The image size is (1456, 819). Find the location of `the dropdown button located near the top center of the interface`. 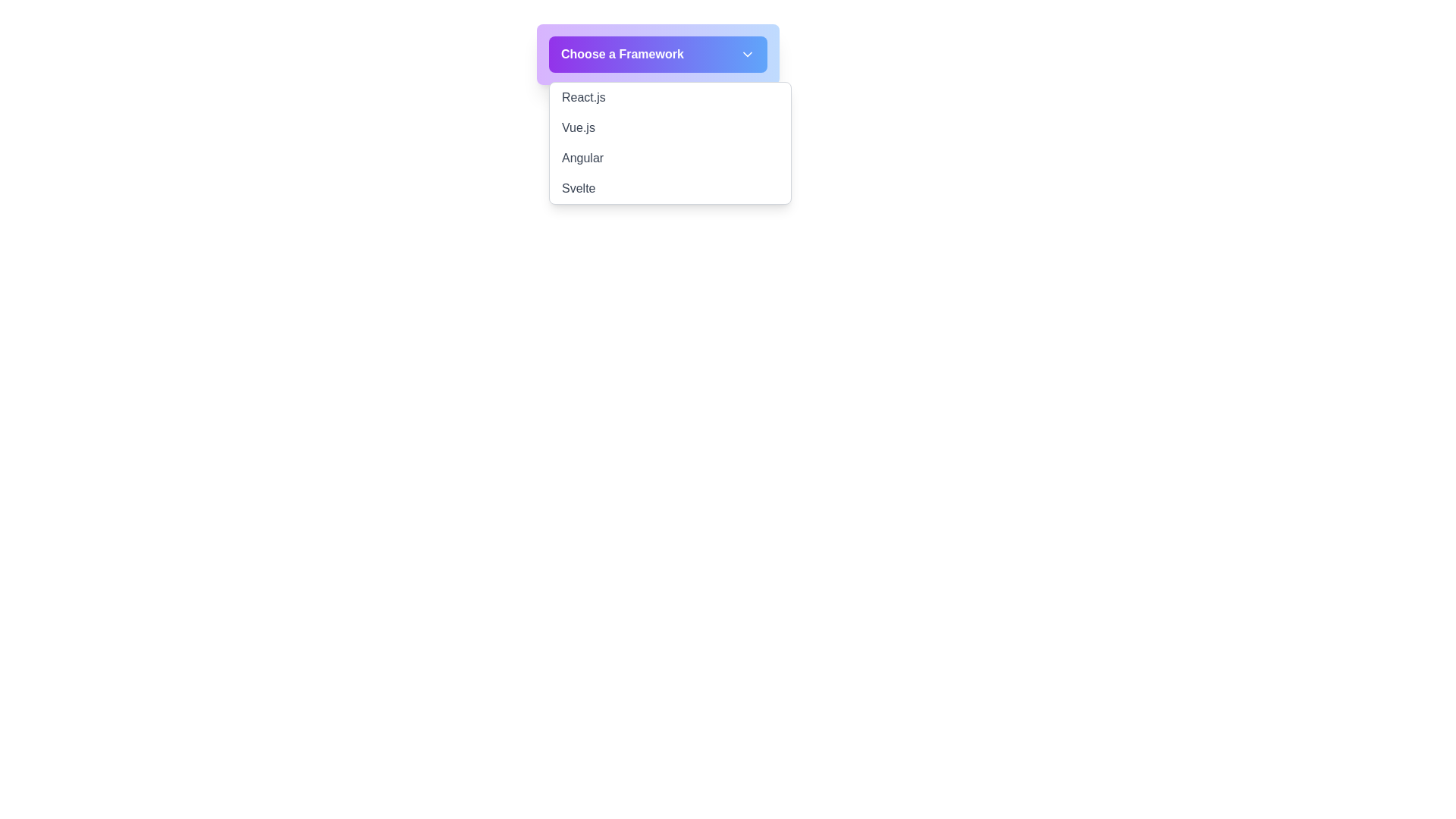

the dropdown button located near the top center of the interface is located at coordinates (658, 54).